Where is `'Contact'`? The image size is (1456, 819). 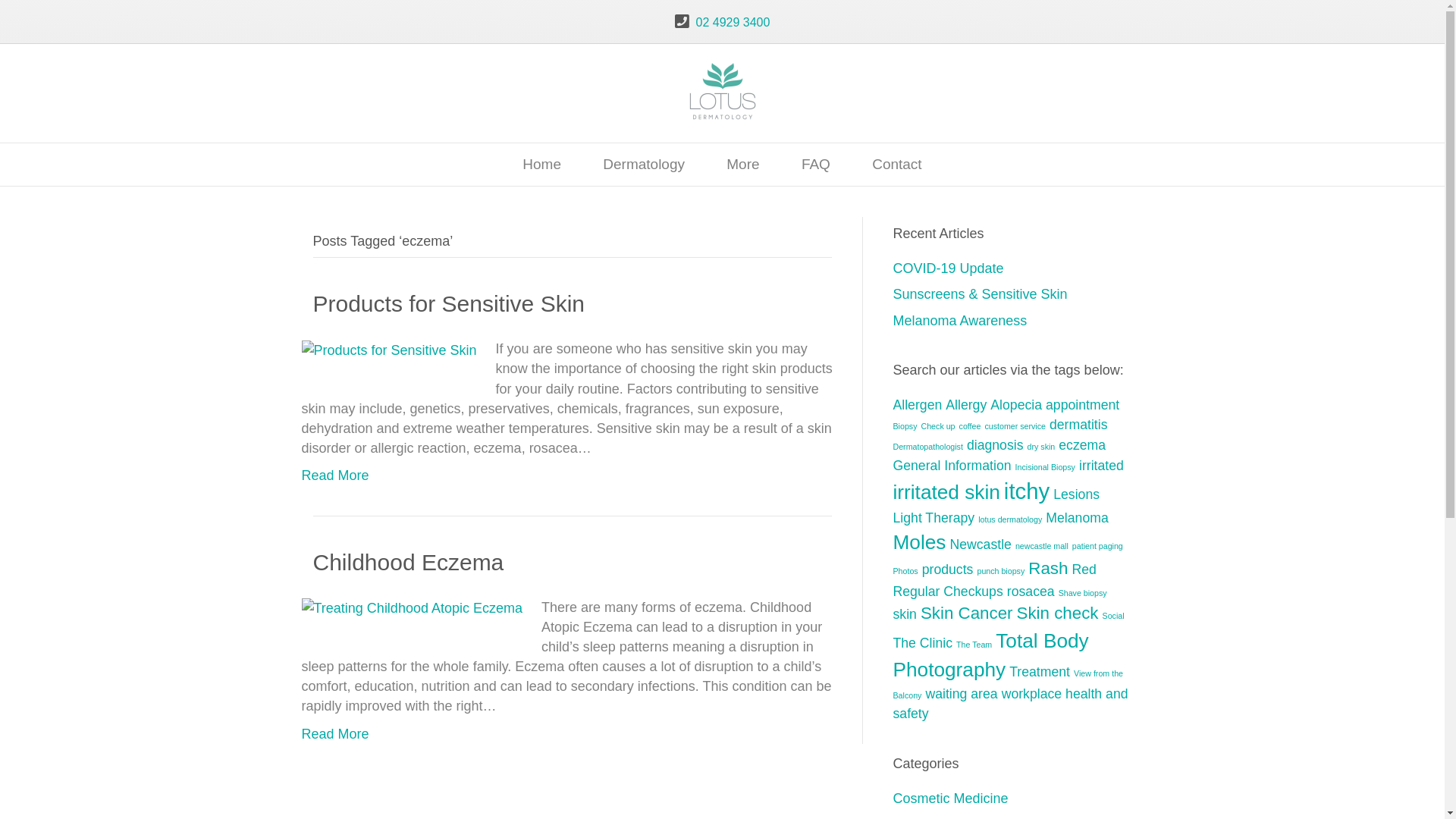 'Contact' is located at coordinates (896, 165).